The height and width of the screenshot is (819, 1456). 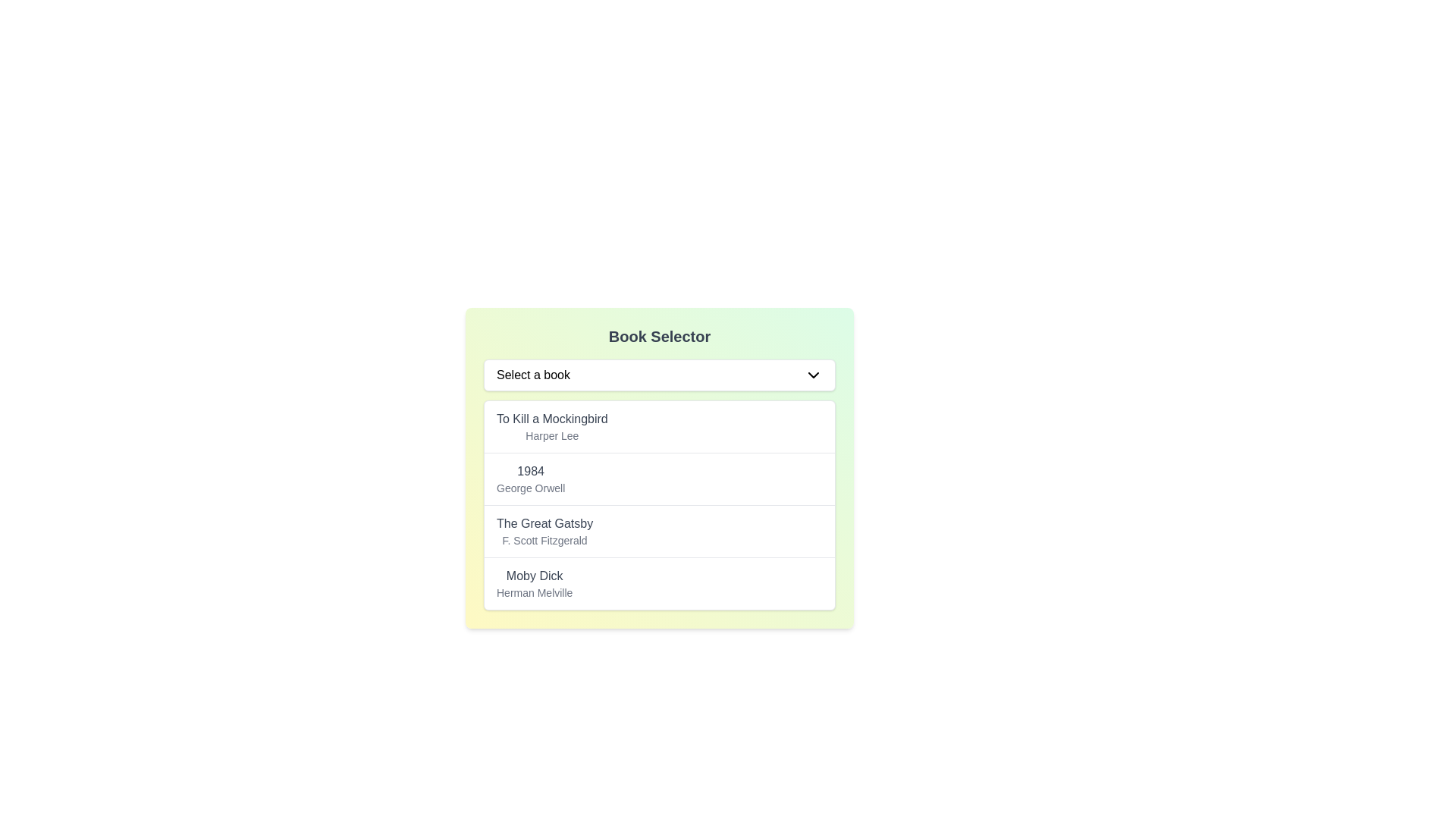 I want to click on the title text element that serves as a header for the section, positioned directly above the 'Select a book' dropdown, so click(x=659, y=335).